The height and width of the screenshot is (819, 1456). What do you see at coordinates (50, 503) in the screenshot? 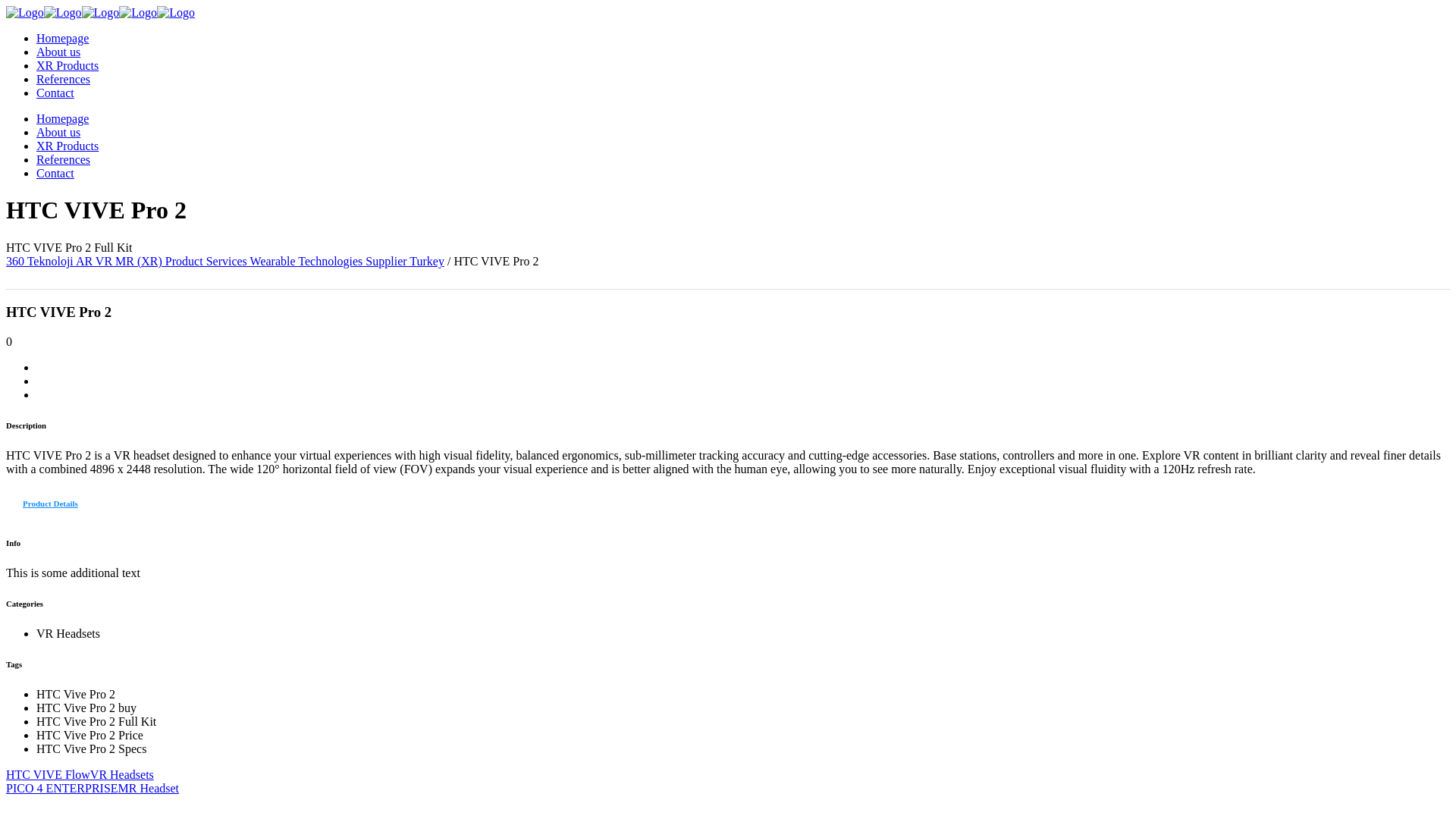
I see `'Product Details'` at bounding box center [50, 503].